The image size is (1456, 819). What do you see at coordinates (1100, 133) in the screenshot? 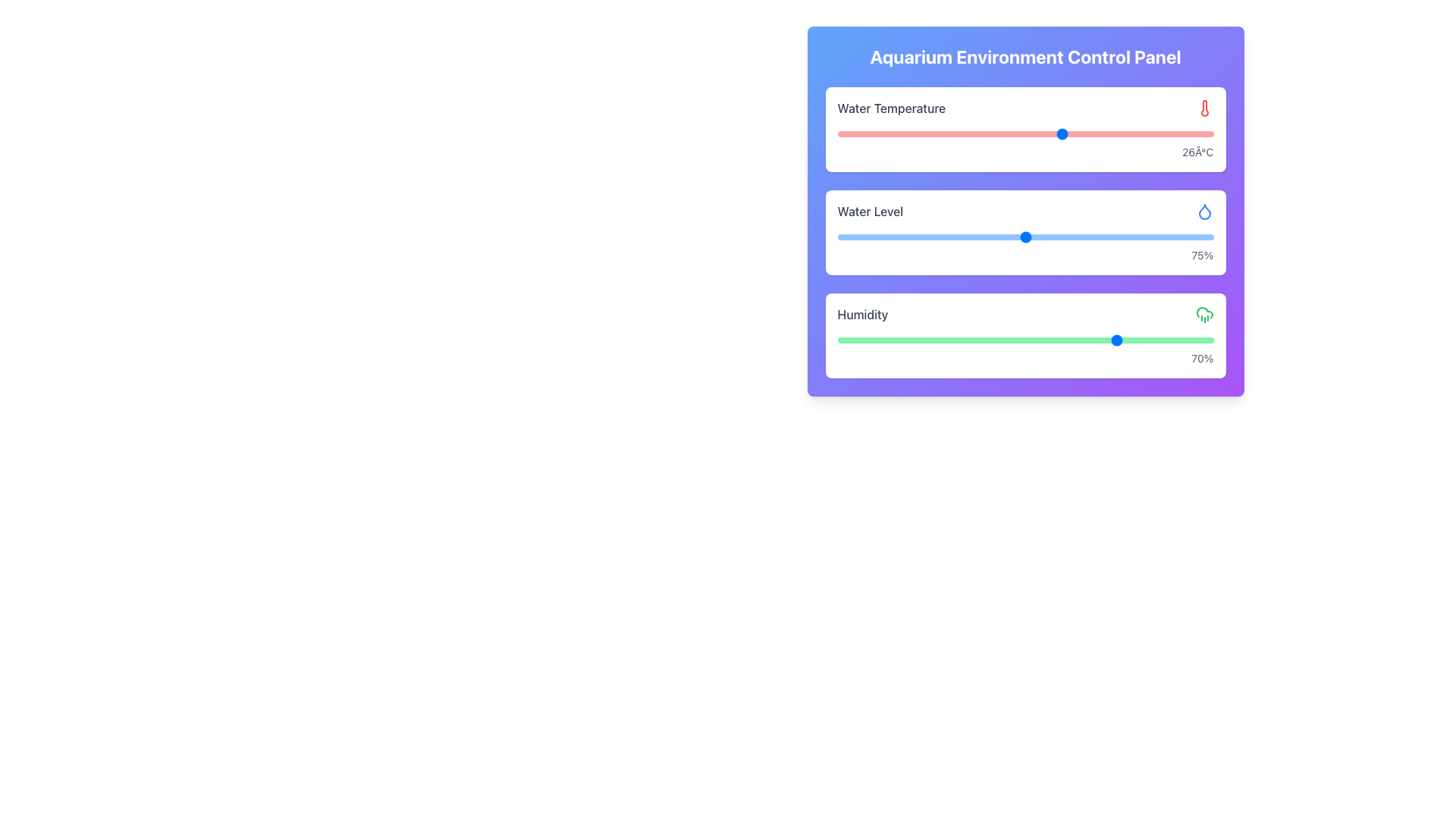
I see `temperature` at bounding box center [1100, 133].